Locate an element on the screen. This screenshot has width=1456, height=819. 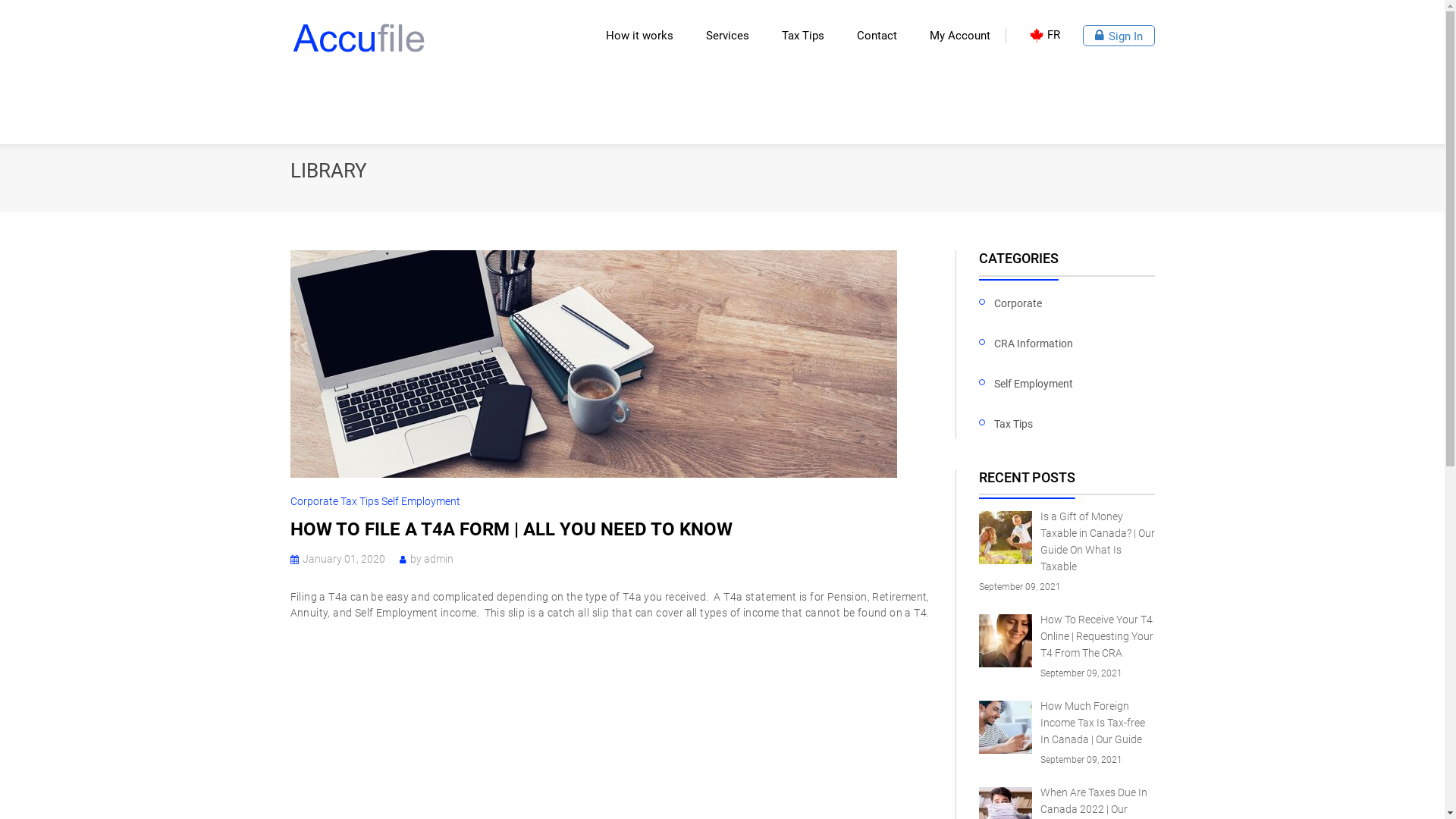
'Tax Tips' is located at coordinates (1013, 424).